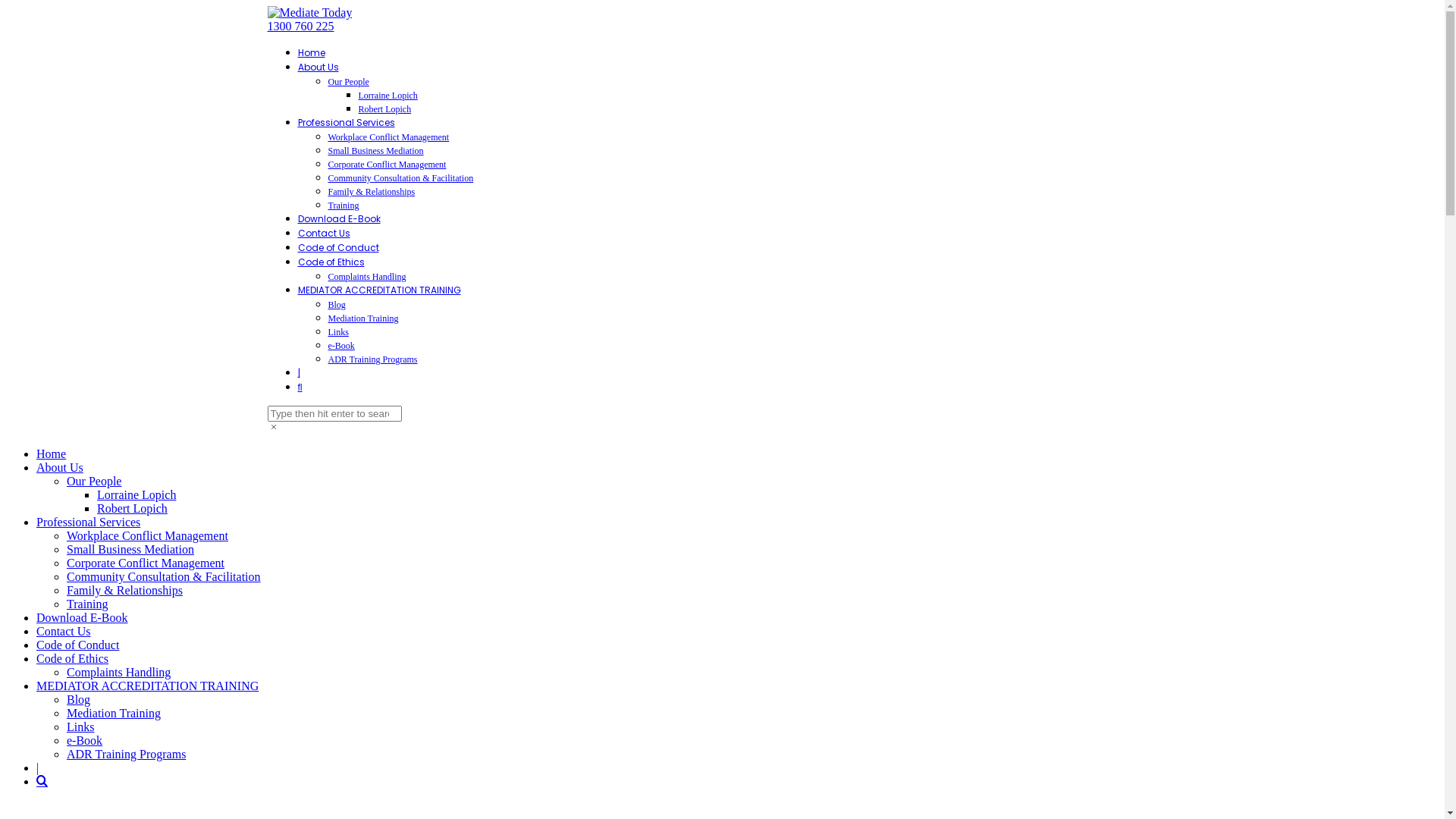 This screenshot has width=1456, height=819. I want to click on 'Complaints Handling', so click(366, 277).